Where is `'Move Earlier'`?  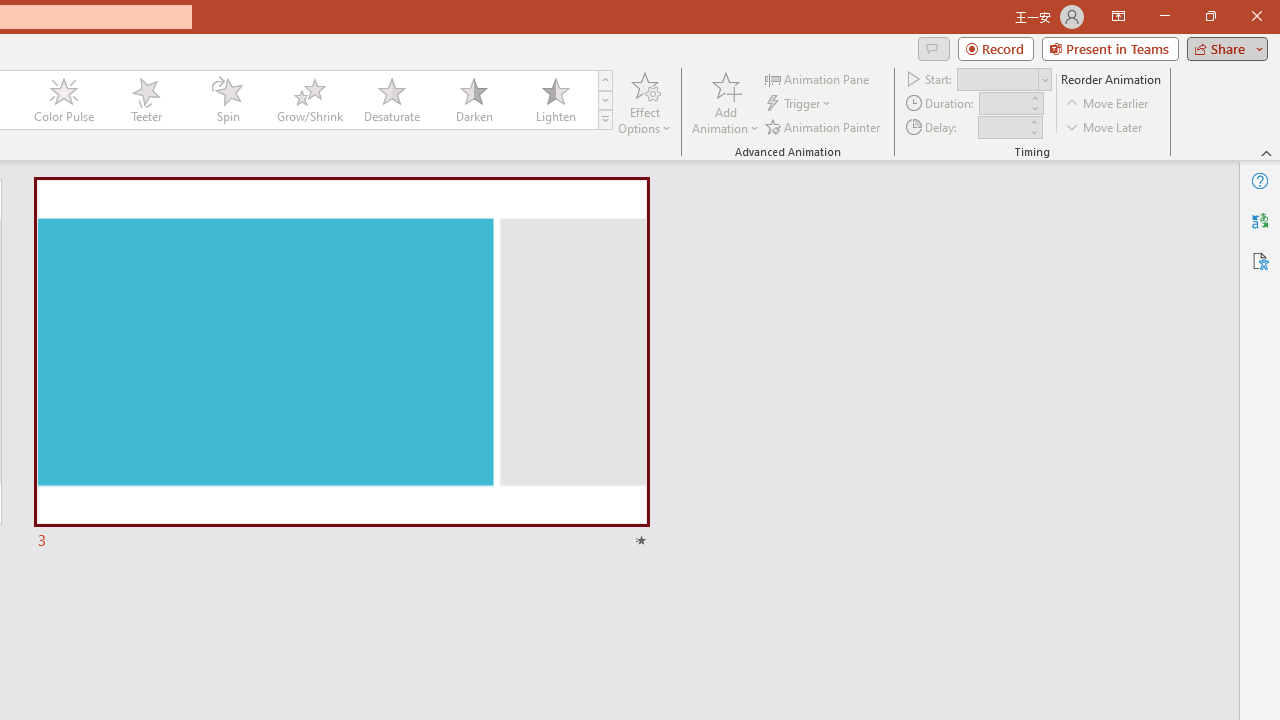 'Move Earlier' is located at coordinates (1106, 103).